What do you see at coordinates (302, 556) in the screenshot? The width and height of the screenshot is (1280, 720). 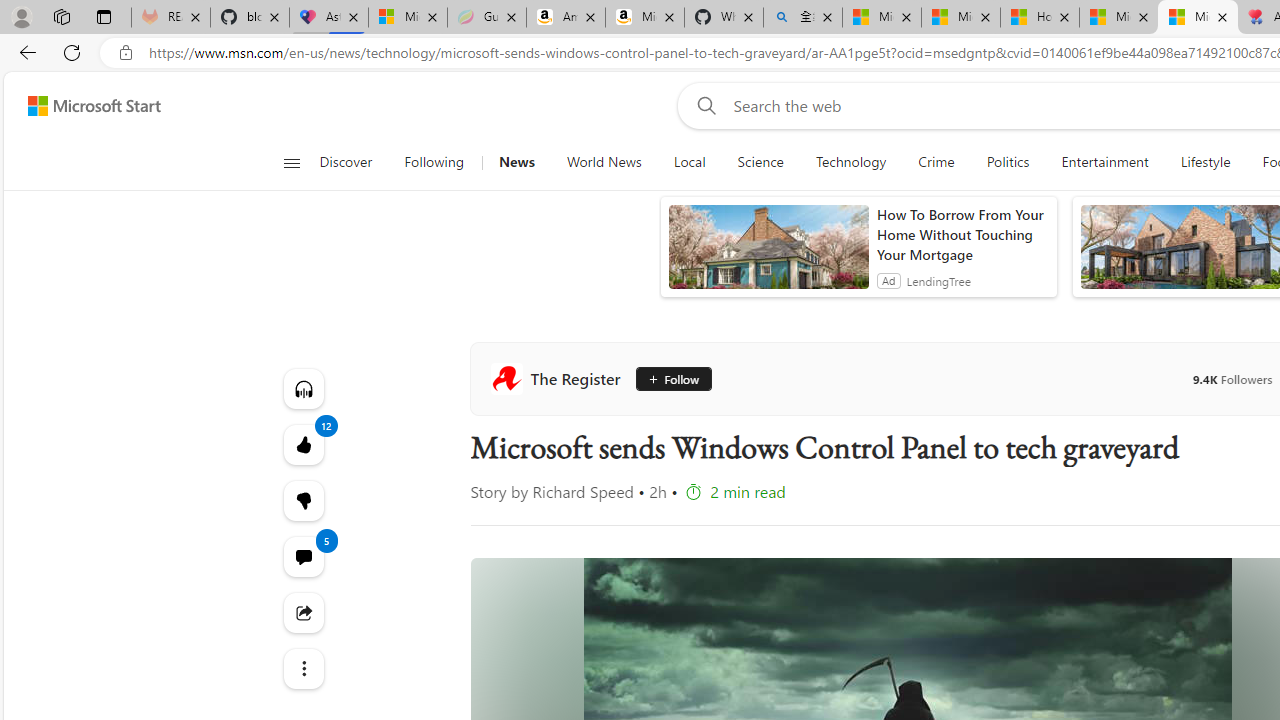 I see `'View comments 5 Comment'` at bounding box center [302, 556].